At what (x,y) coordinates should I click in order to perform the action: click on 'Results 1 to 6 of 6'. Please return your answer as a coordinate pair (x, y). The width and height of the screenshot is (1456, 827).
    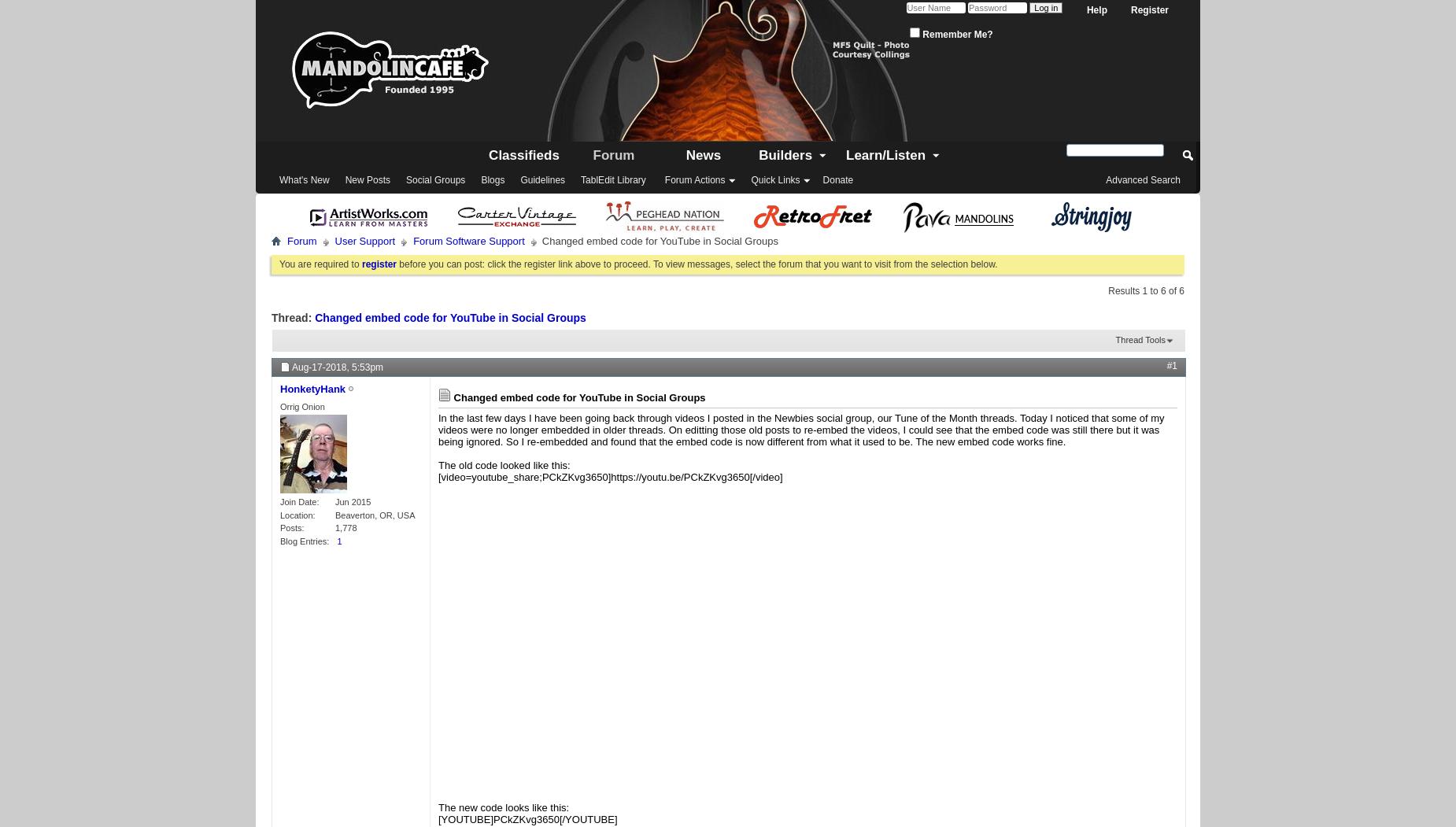
    Looking at the image, I should click on (1146, 290).